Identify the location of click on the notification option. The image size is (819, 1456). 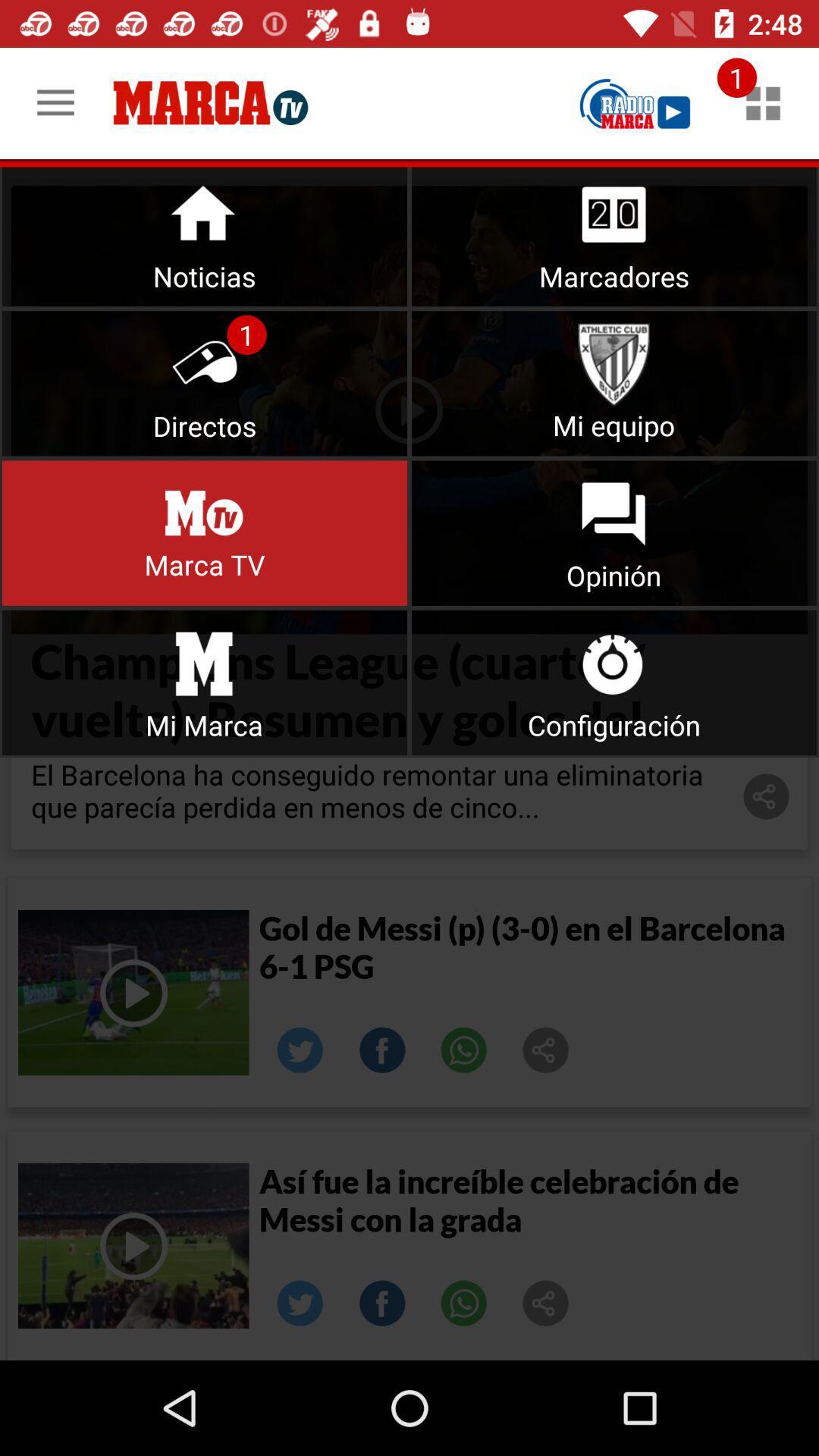
(763, 102).